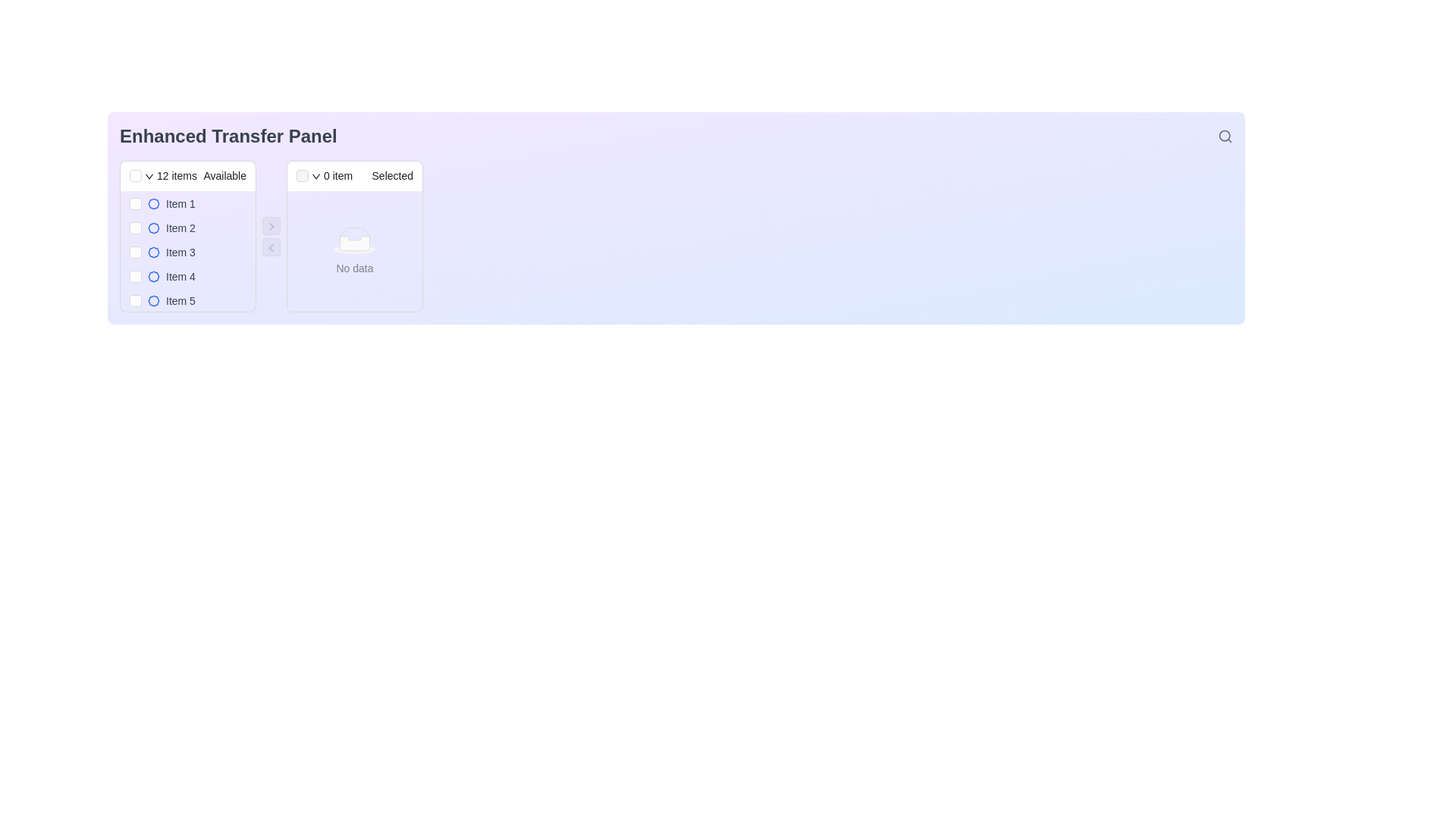  I want to click on the icon to the left of the text 'Item 4' in the 'Available' list within the 'Enhanced Transfer Panel', so click(153, 277).